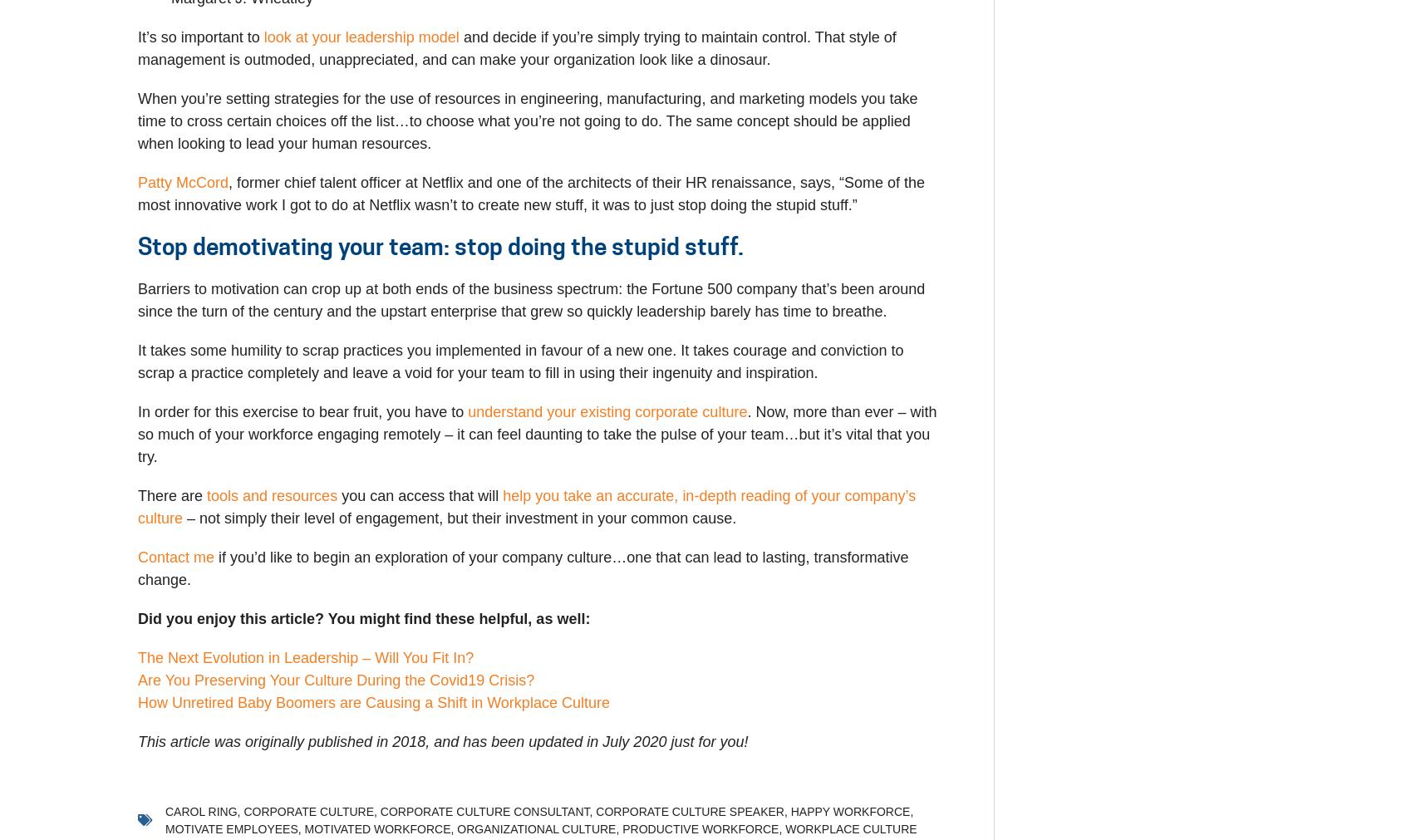 This screenshot has width=1406, height=840. I want to click on 'Did you enjoy this article? You might find these helpful, as well:', so click(363, 616).